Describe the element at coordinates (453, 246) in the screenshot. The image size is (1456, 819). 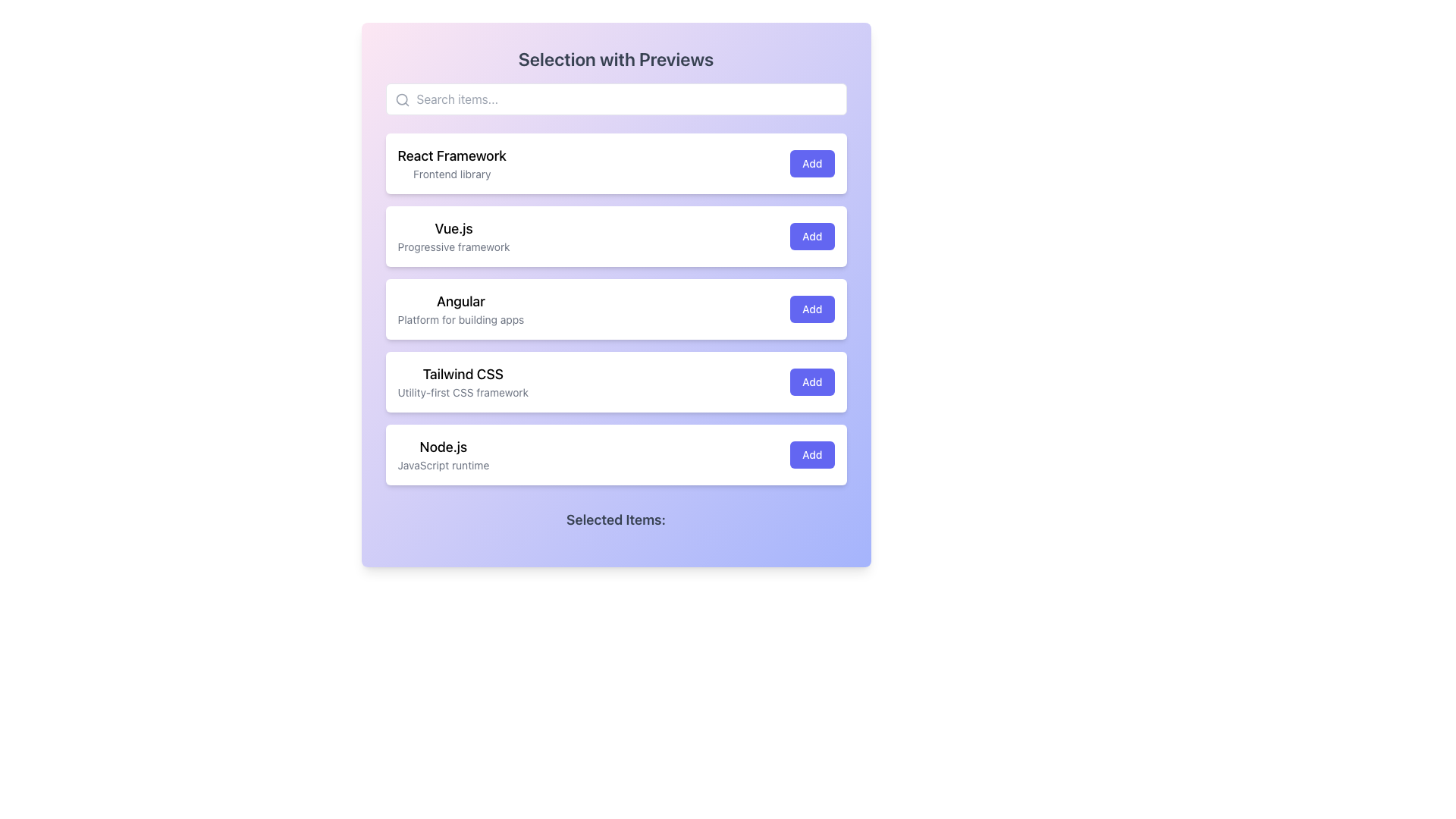
I see `the static text label displaying 'Progressive framework', which is located directly below the bold title 'Vue.js' in light gray font` at that location.